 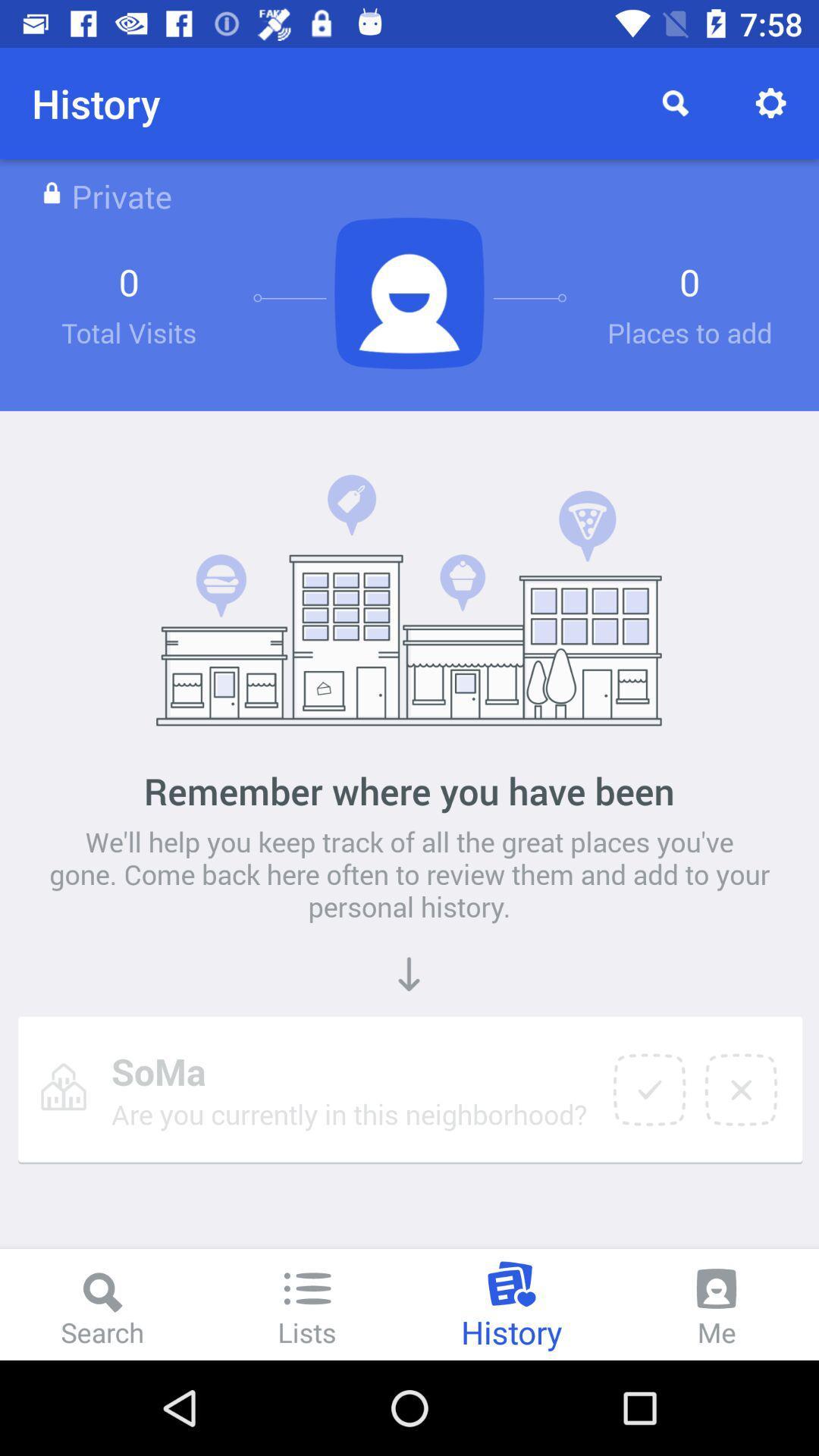 What do you see at coordinates (648, 1089) in the screenshot?
I see `choose yes` at bounding box center [648, 1089].